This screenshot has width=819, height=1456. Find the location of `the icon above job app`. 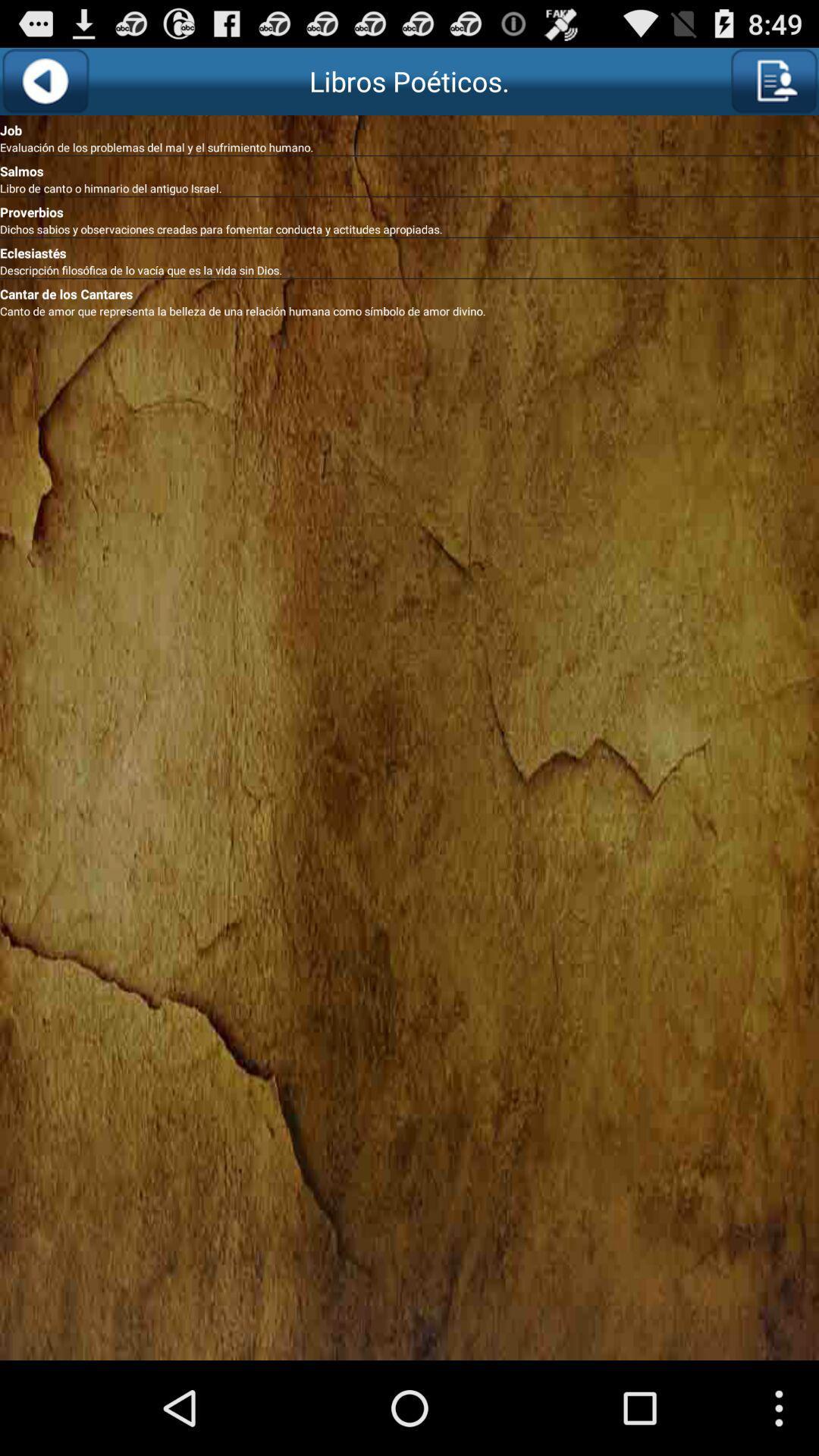

the icon above job app is located at coordinates (773, 80).